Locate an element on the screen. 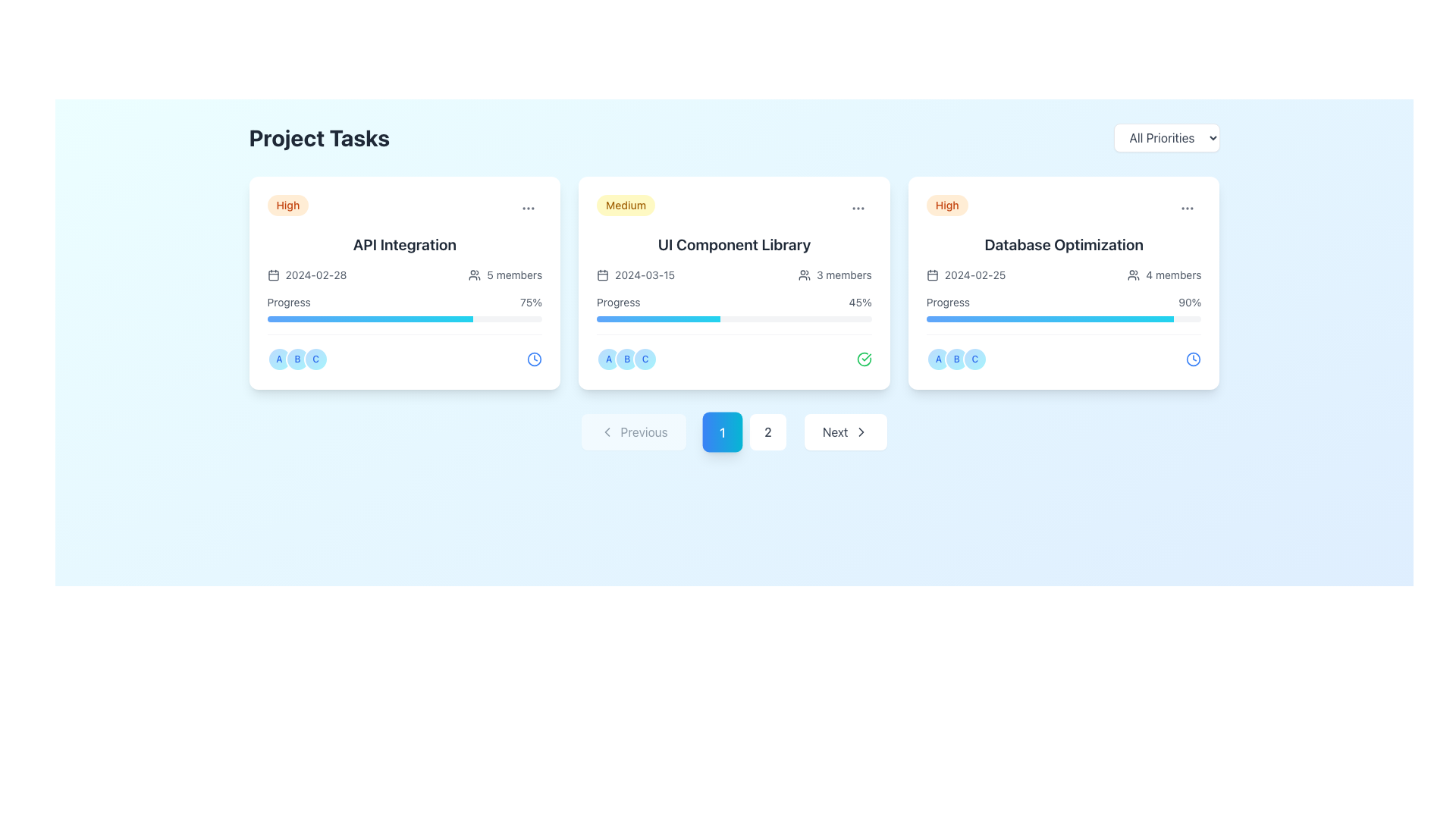 The image size is (1456, 819). the progress status of the horizontal blue gradient progress bar located within the 'API Integration' project card, positioned under the 'Progress' section is located at coordinates (370, 318).